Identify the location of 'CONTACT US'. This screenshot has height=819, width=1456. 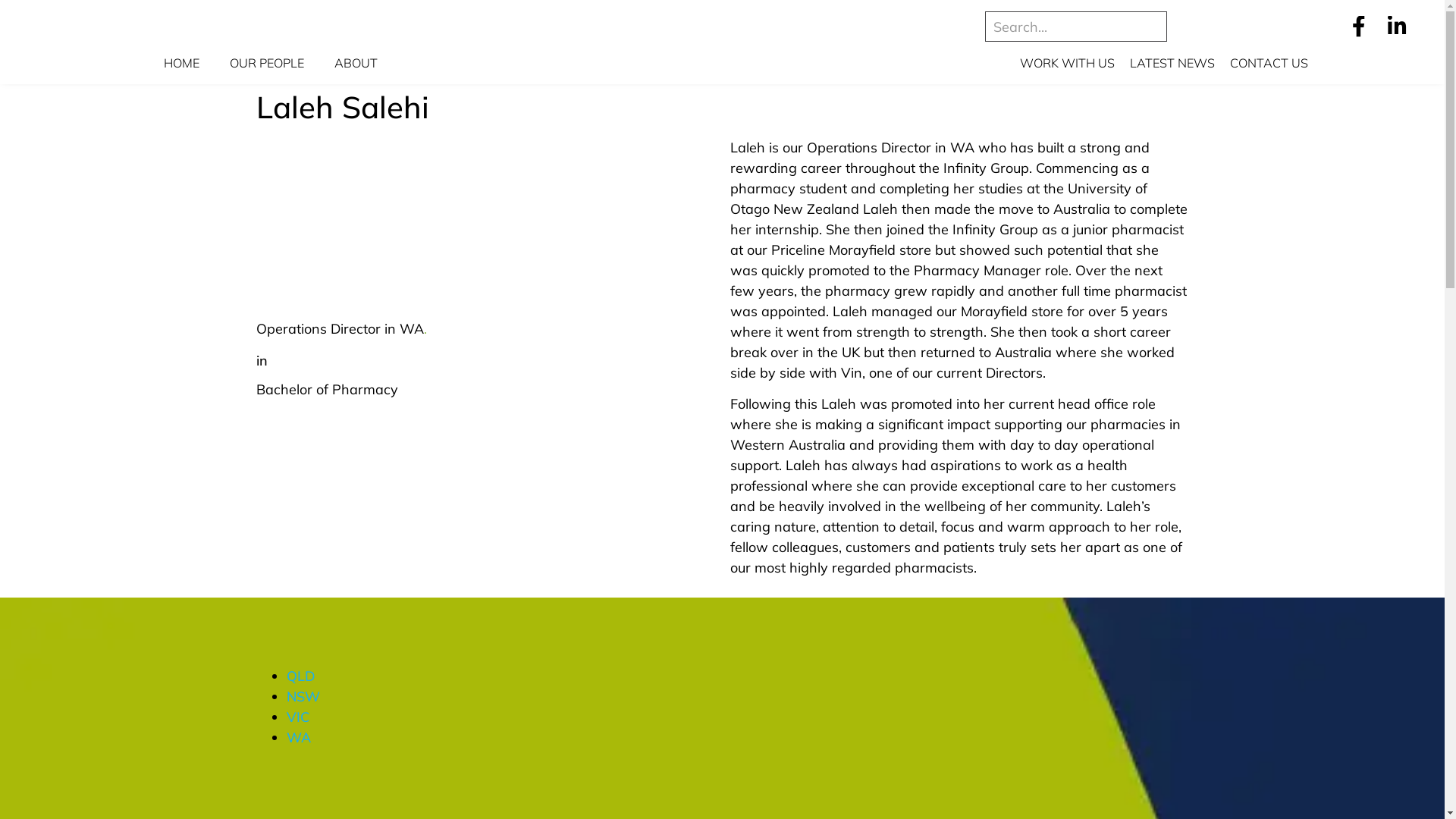
(1269, 62).